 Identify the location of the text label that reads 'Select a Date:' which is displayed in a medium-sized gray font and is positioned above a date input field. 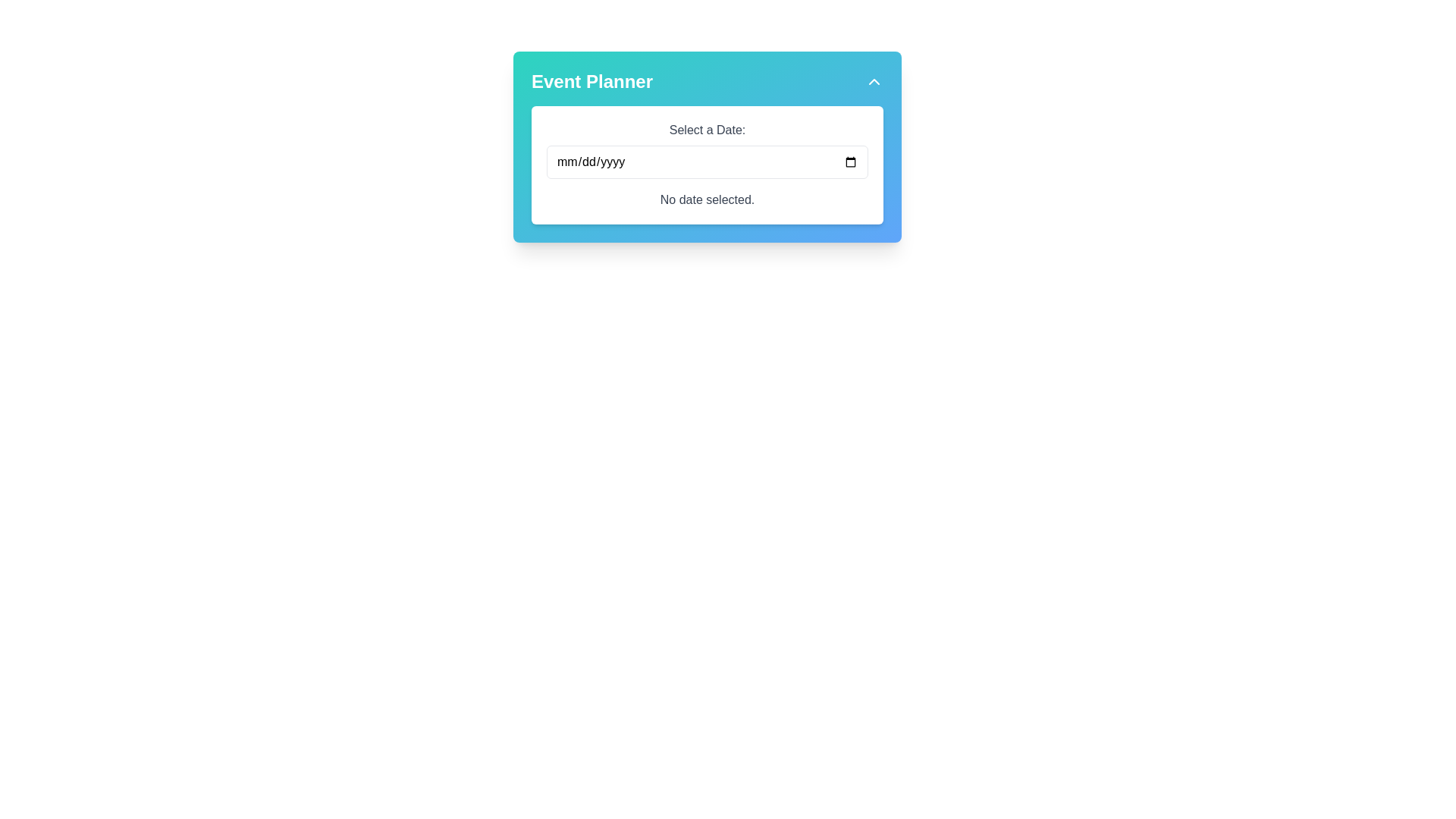
(706, 130).